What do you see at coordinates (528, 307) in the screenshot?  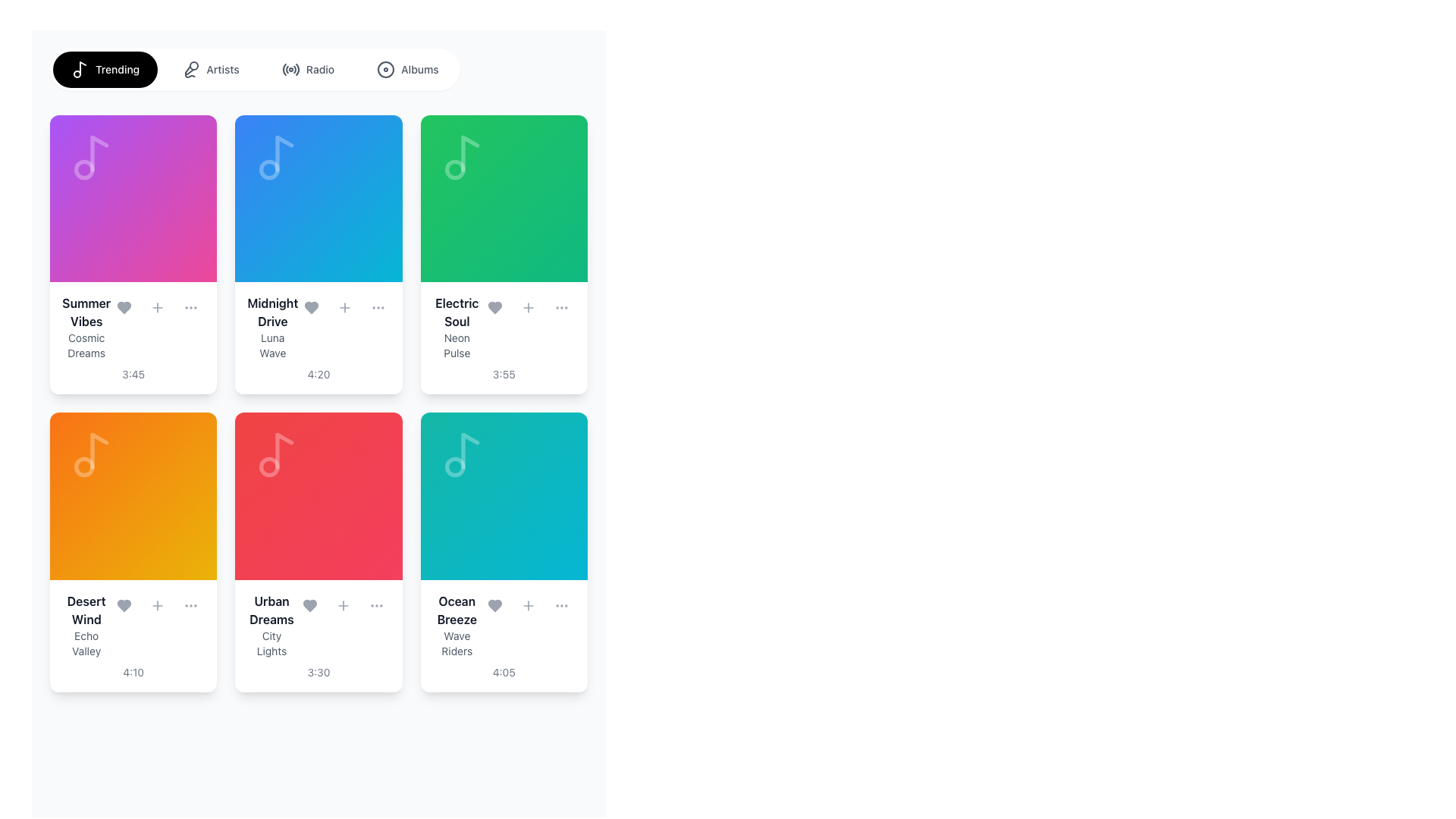 I see `the '+' icon button located in the top-right corner of the 'Electric Soul' card` at bounding box center [528, 307].